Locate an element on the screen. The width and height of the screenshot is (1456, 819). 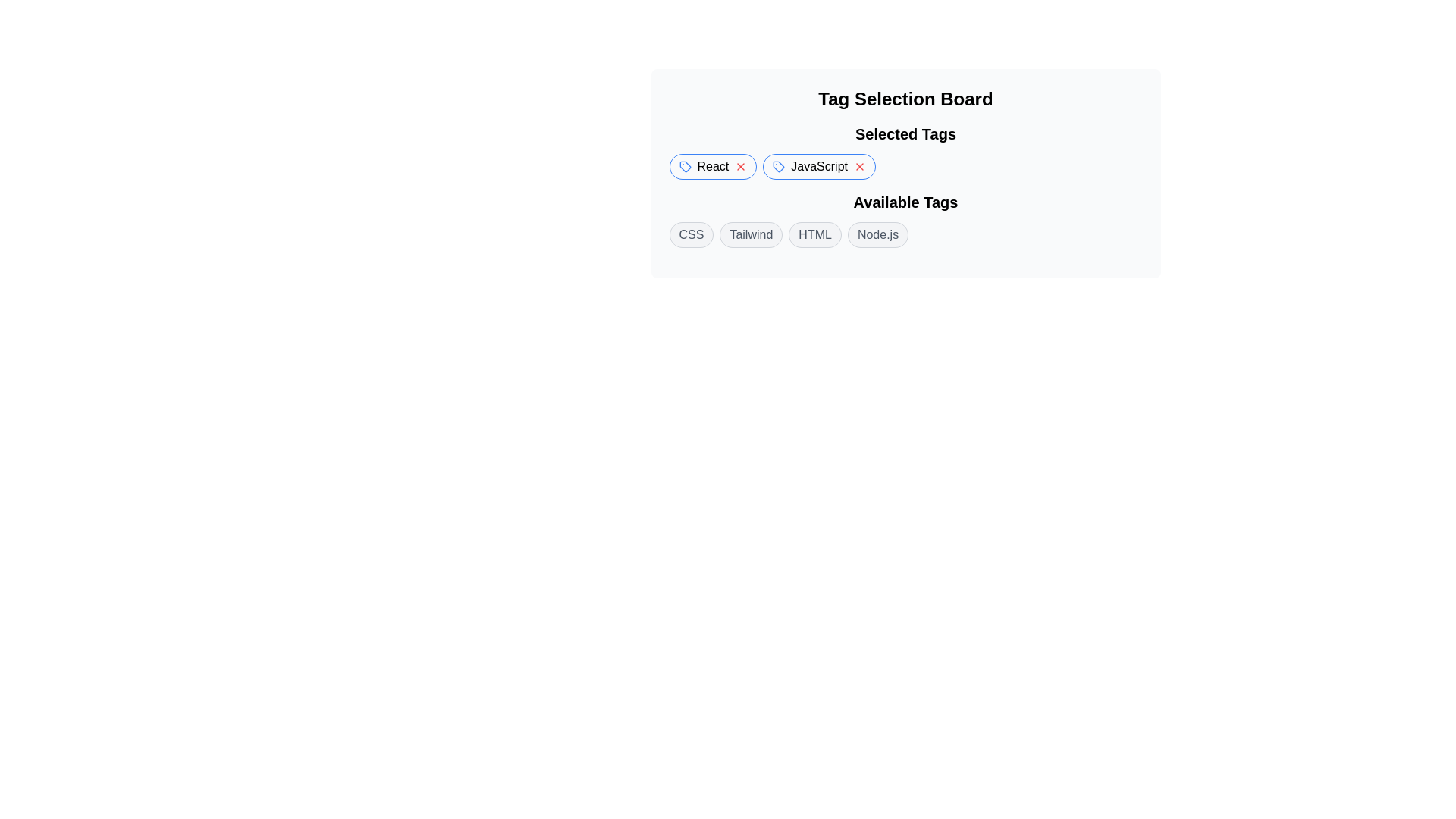
the SVG icon resembling a rectangular tag with a small circular detail, which is part of the 'React' tag button is located at coordinates (684, 166).